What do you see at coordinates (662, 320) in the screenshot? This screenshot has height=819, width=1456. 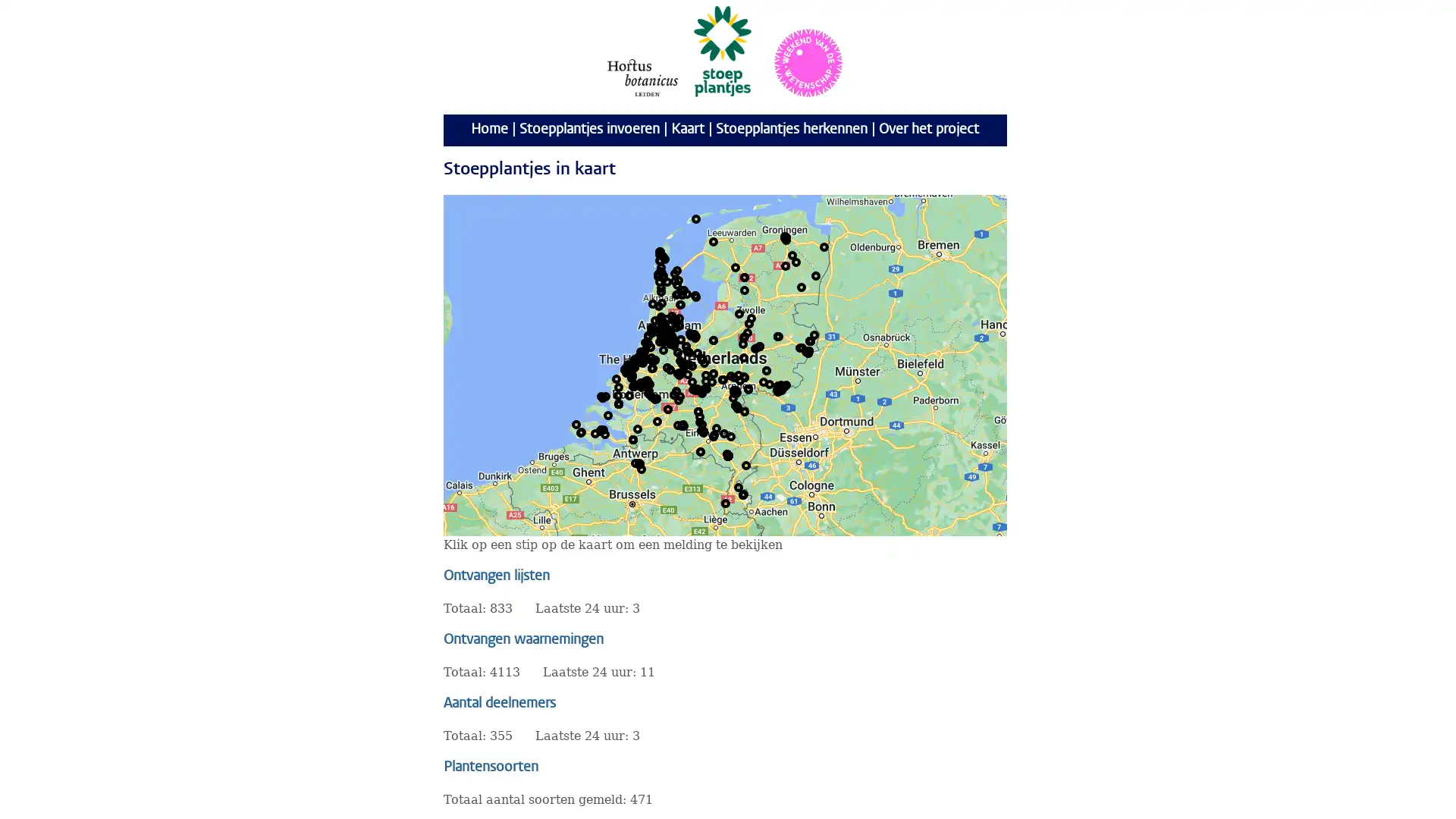 I see `Telling van Hortusfrak op 08 oktober 2021` at bounding box center [662, 320].